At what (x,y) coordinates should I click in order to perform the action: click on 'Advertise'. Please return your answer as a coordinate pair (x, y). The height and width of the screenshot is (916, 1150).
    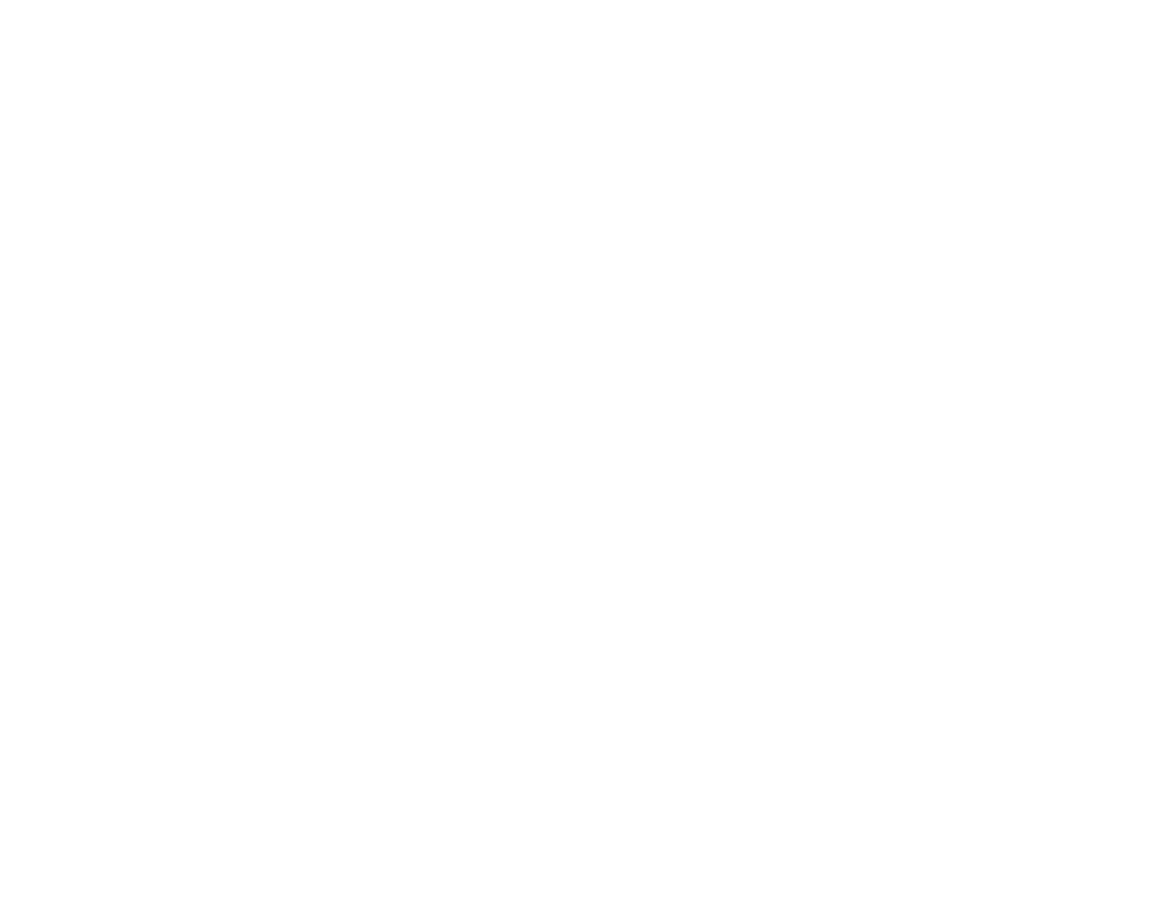
    Looking at the image, I should click on (283, 736).